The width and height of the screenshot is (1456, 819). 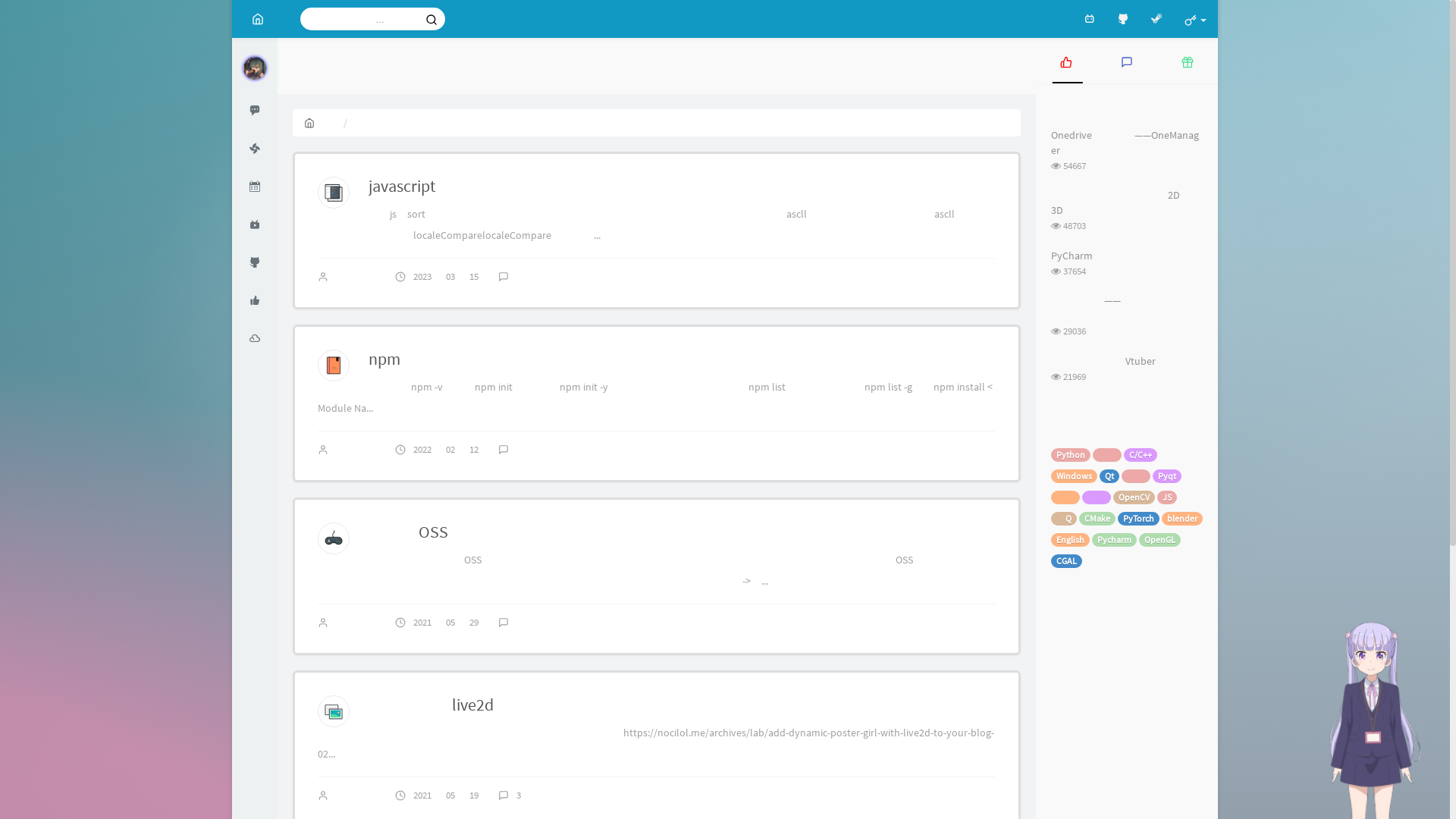 I want to click on 'OpenGL', so click(x=1159, y=539).